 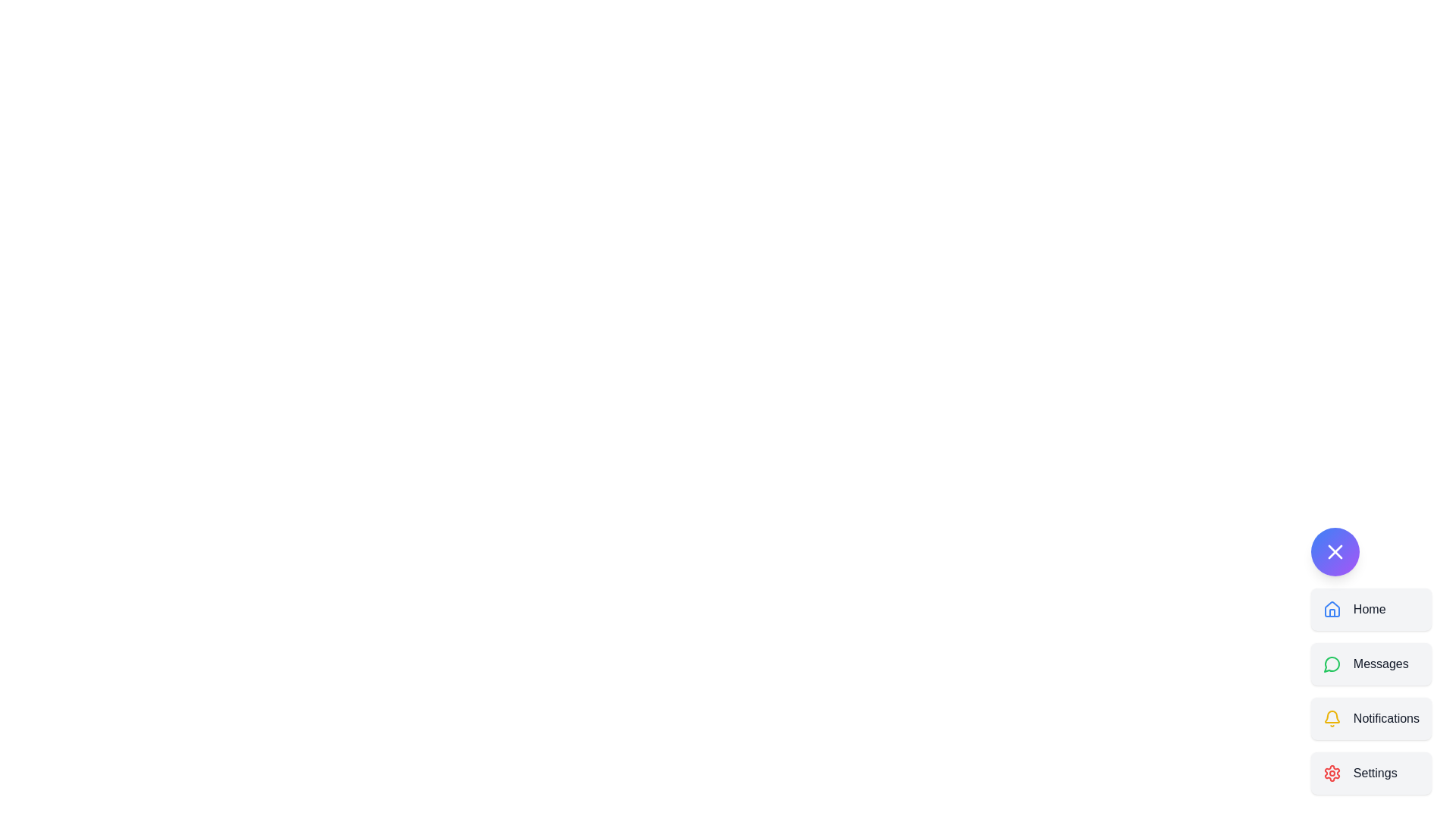 What do you see at coordinates (1331, 608) in the screenshot?
I see `the 'Home' icon located in the vertical navigation menu, positioned to the left of the 'Home' text label` at bounding box center [1331, 608].